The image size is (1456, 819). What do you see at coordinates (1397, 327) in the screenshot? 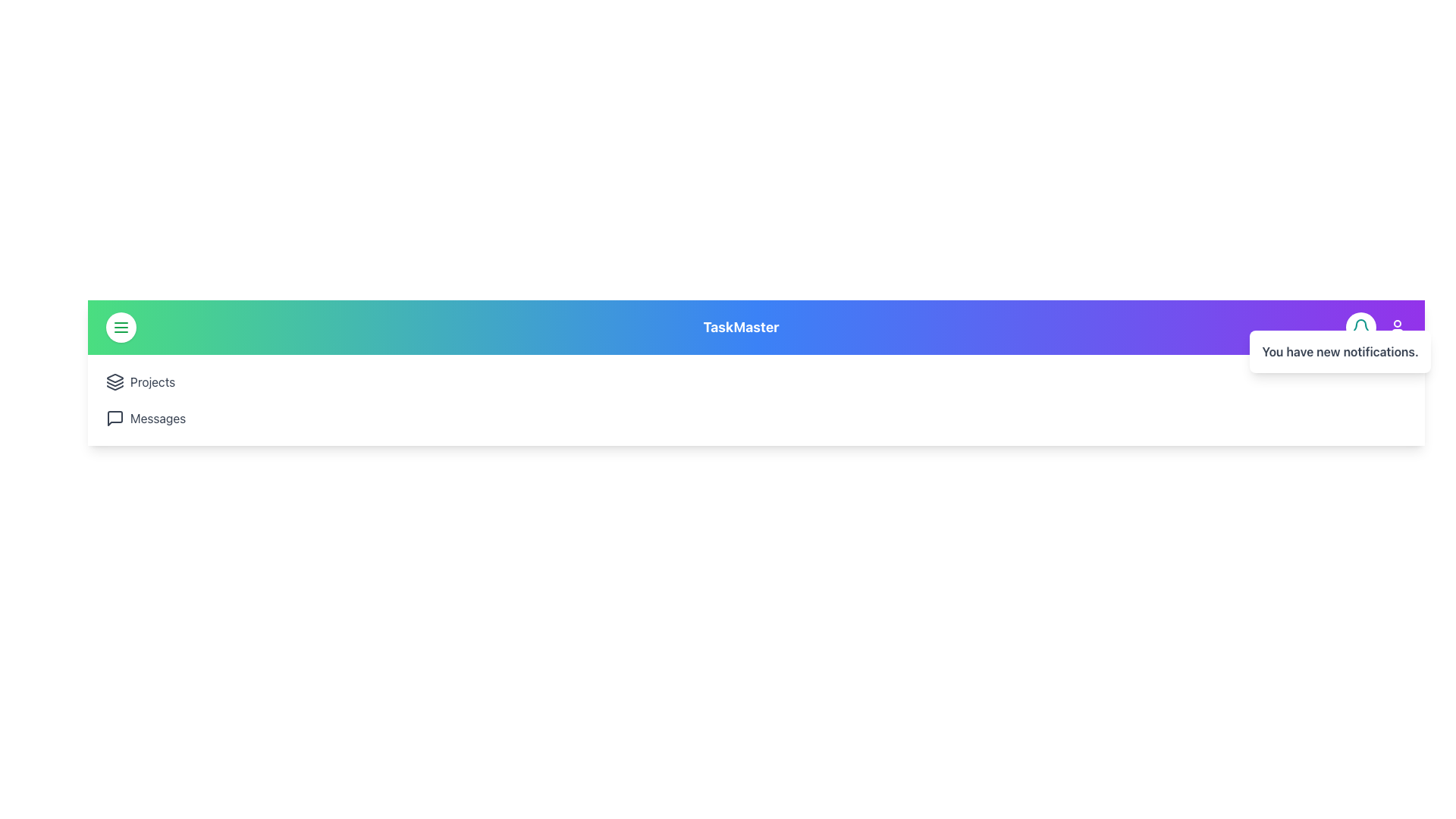
I see `the user profile button located at the far-right side of the top navigation bar` at bounding box center [1397, 327].